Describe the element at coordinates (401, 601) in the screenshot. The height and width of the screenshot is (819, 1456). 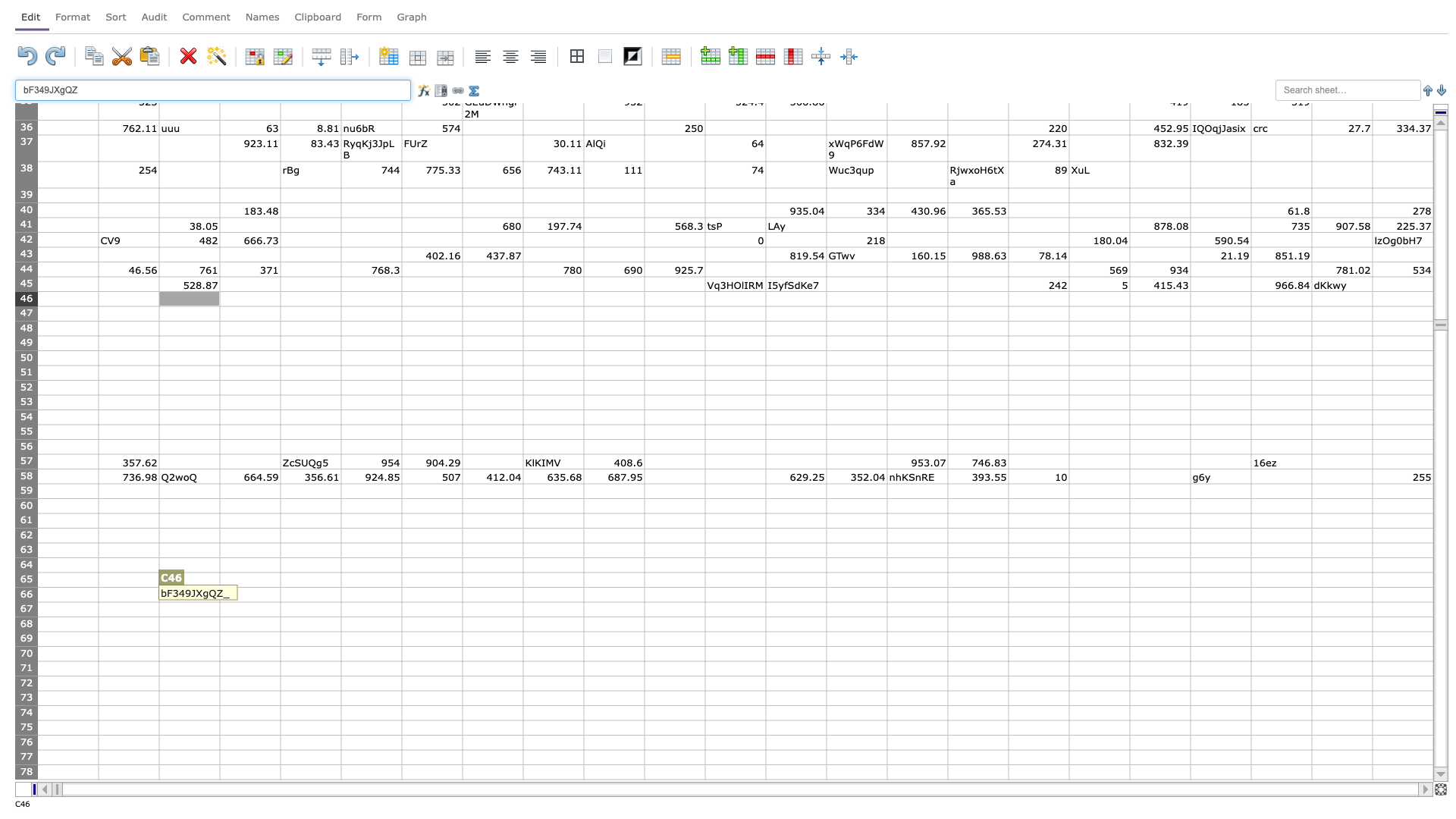
I see `Bottom right corner of F-66` at that location.